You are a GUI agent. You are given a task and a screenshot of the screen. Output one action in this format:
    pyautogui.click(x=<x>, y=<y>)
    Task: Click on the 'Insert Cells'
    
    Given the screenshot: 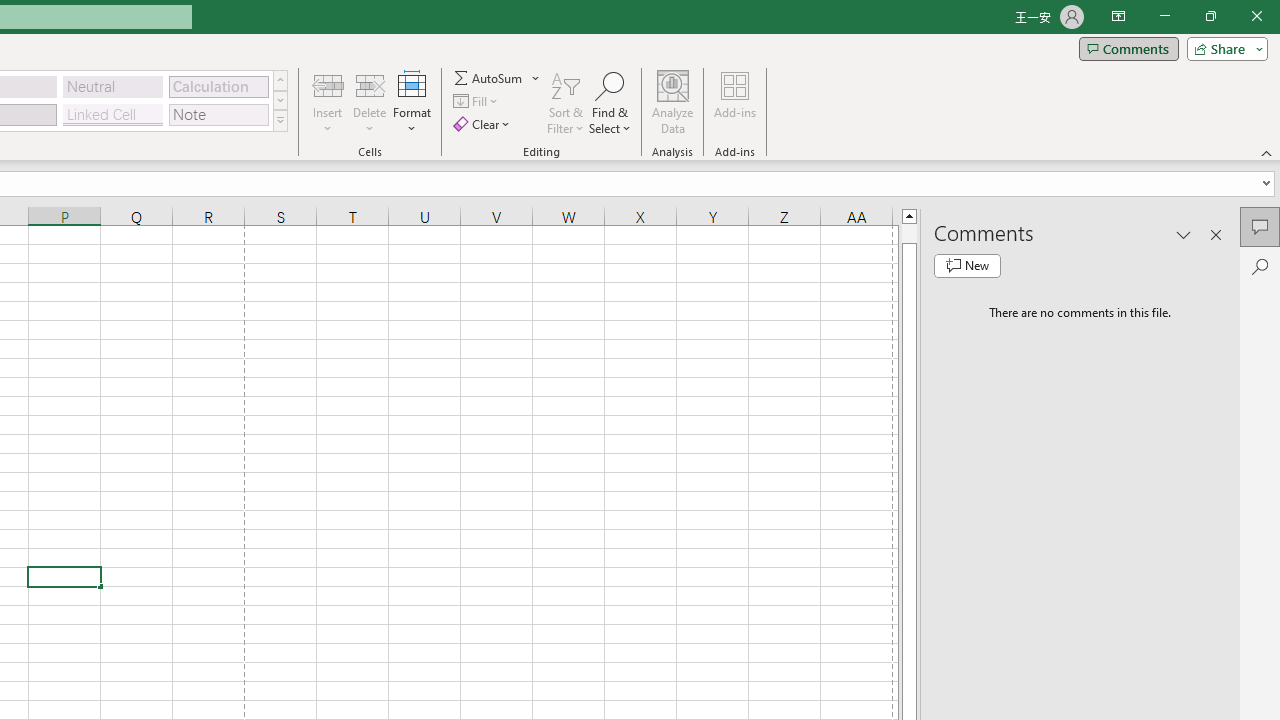 What is the action you would take?
    pyautogui.click(x=328, y=84)
    